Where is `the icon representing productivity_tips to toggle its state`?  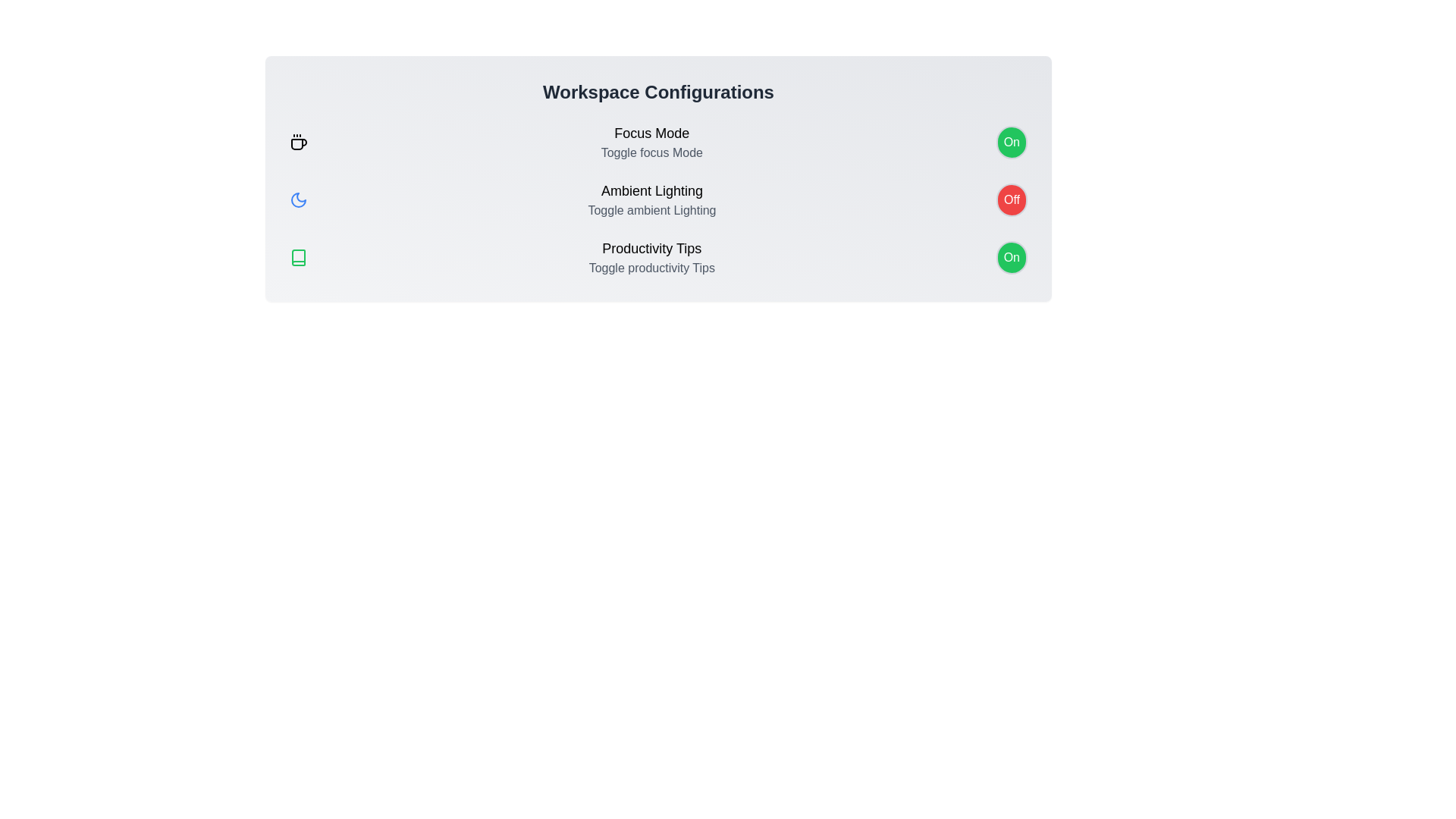
the icon representing productivity_tips to toggle its state is located at coordinates (298, 256).